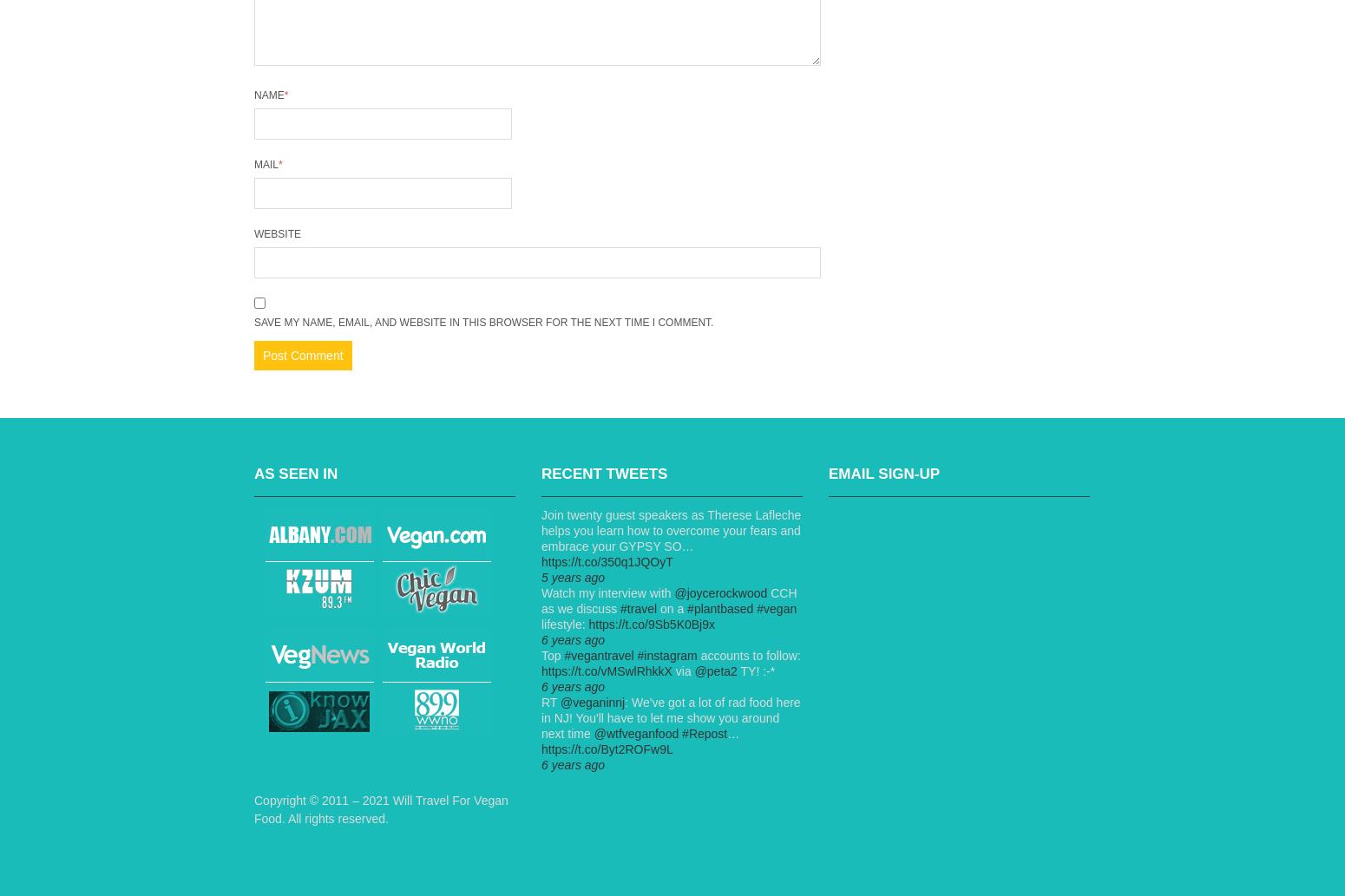  I want to click on 'As Seen In', so click(253, 473).